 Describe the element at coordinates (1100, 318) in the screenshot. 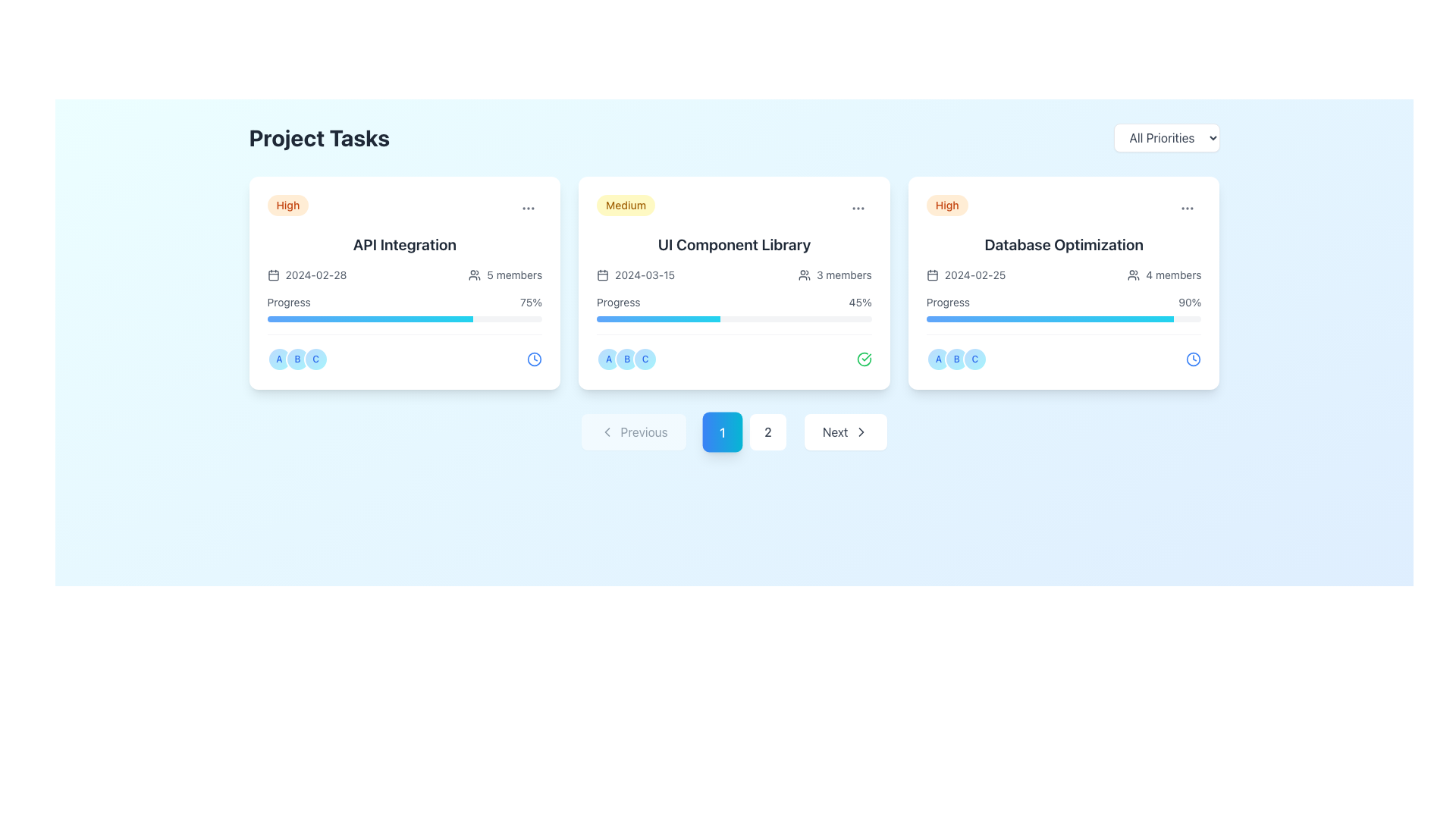

I see `progress` at that location.